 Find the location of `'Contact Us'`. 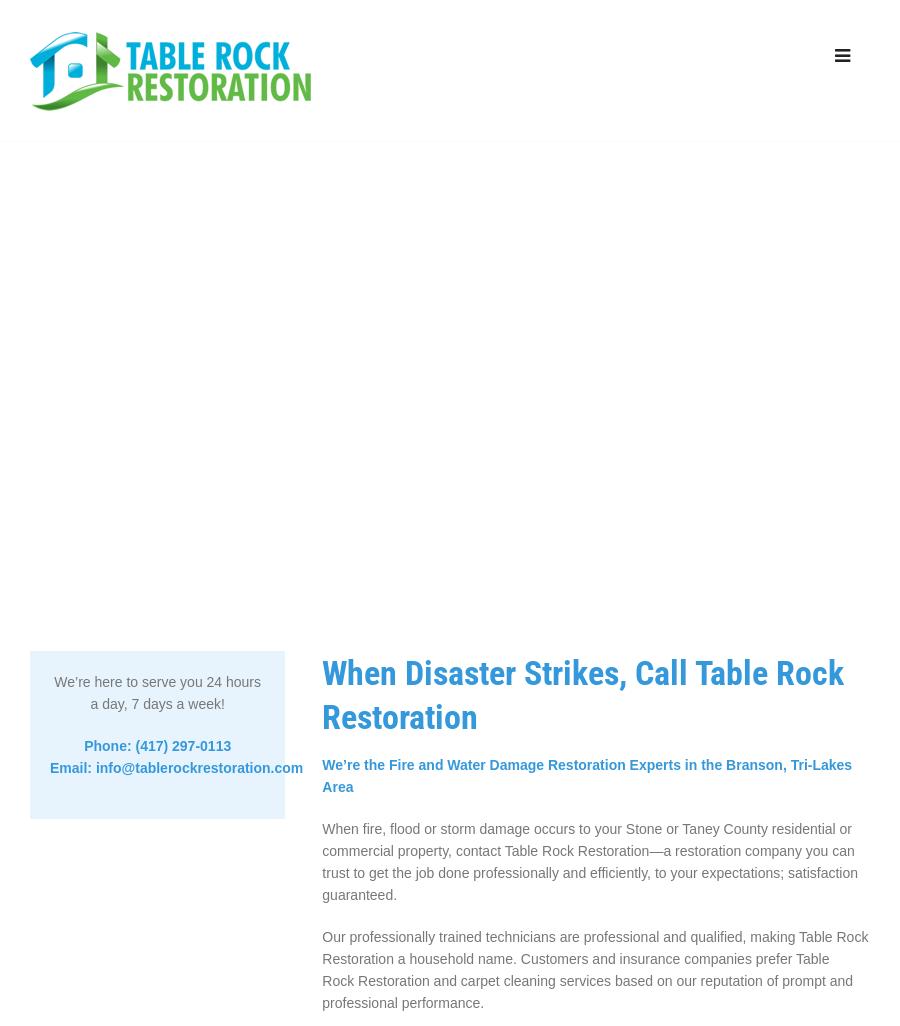

'Contact Us' is located at coordinates (732, 192).